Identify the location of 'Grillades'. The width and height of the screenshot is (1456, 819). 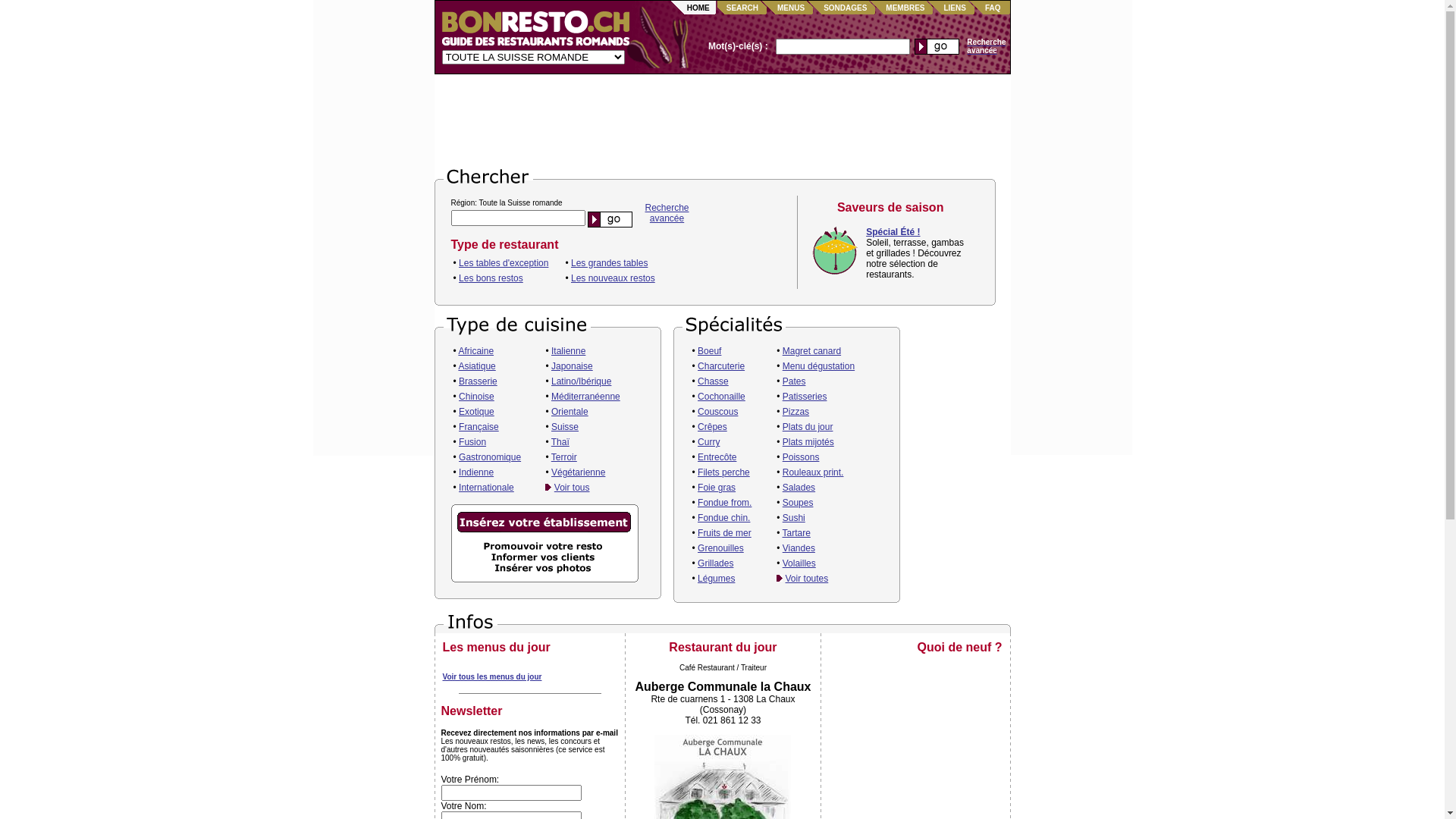
(714, 563).